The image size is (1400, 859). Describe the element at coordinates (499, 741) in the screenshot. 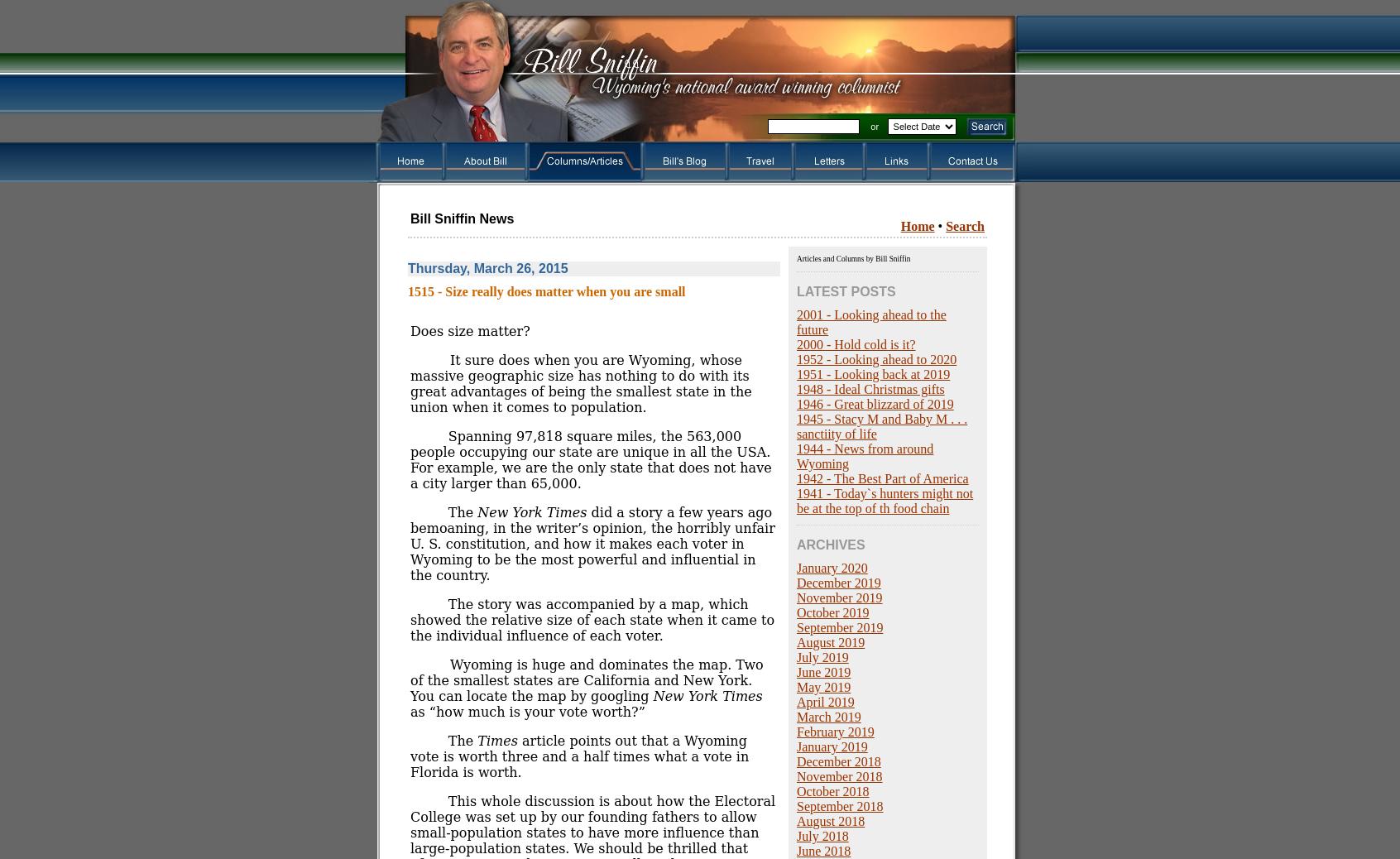

I see `'Times'` at that location.